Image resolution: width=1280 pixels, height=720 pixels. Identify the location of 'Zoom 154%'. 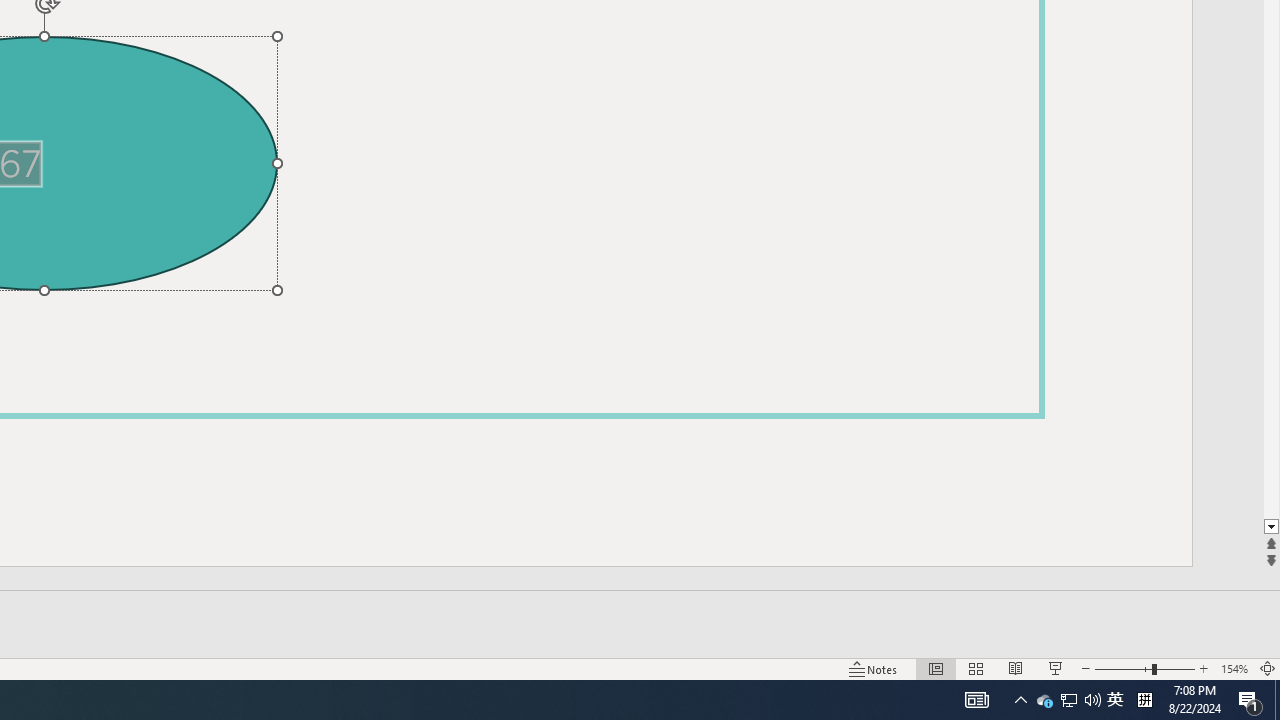
(1233, 669).